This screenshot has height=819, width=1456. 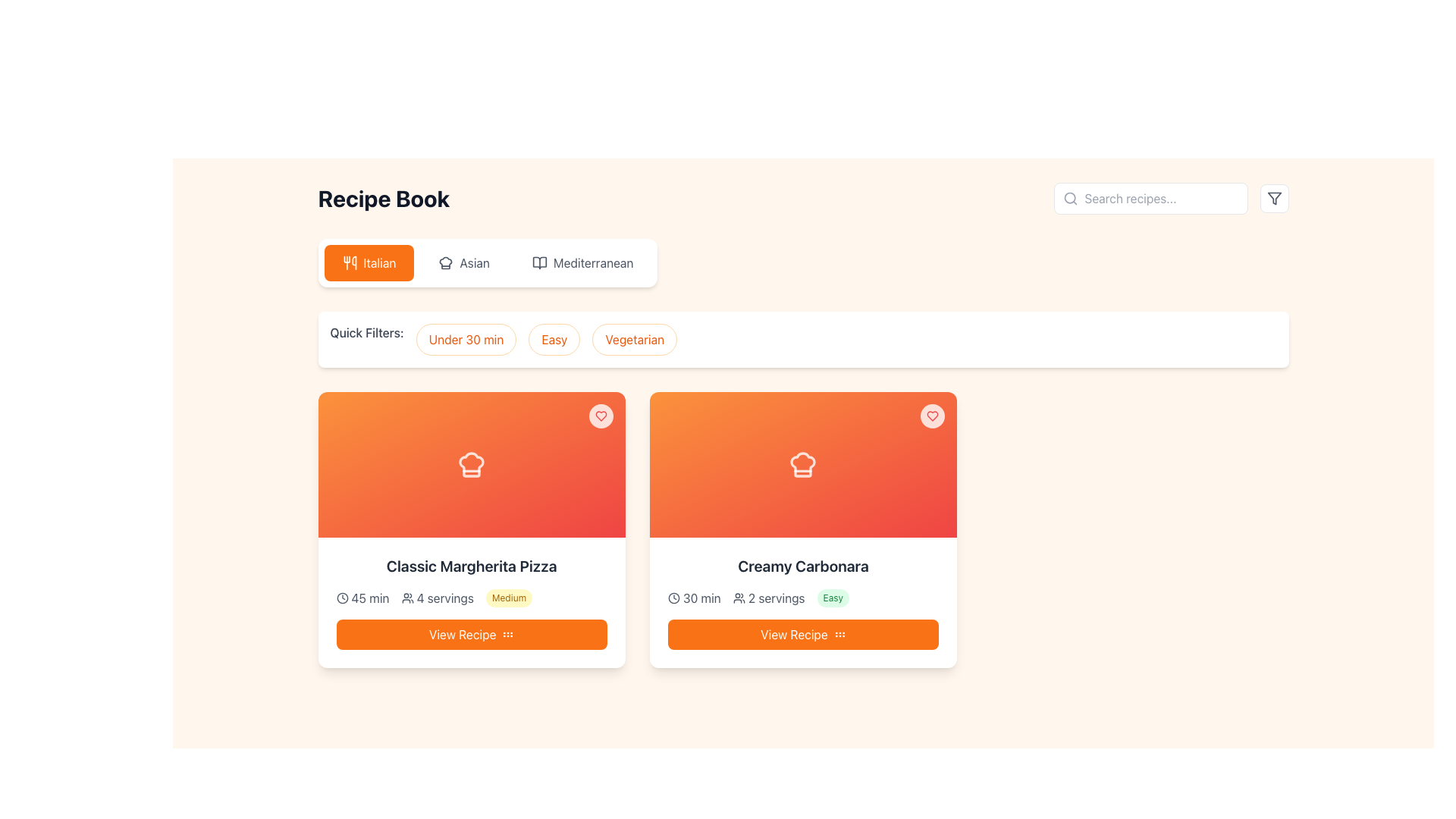 I want to click on the text with icon that provides information about the estimated time required for the recipe in the top-left corner of the lower section of the recipe card for 'Creamy Carbonara', so click(x=693, y=598).